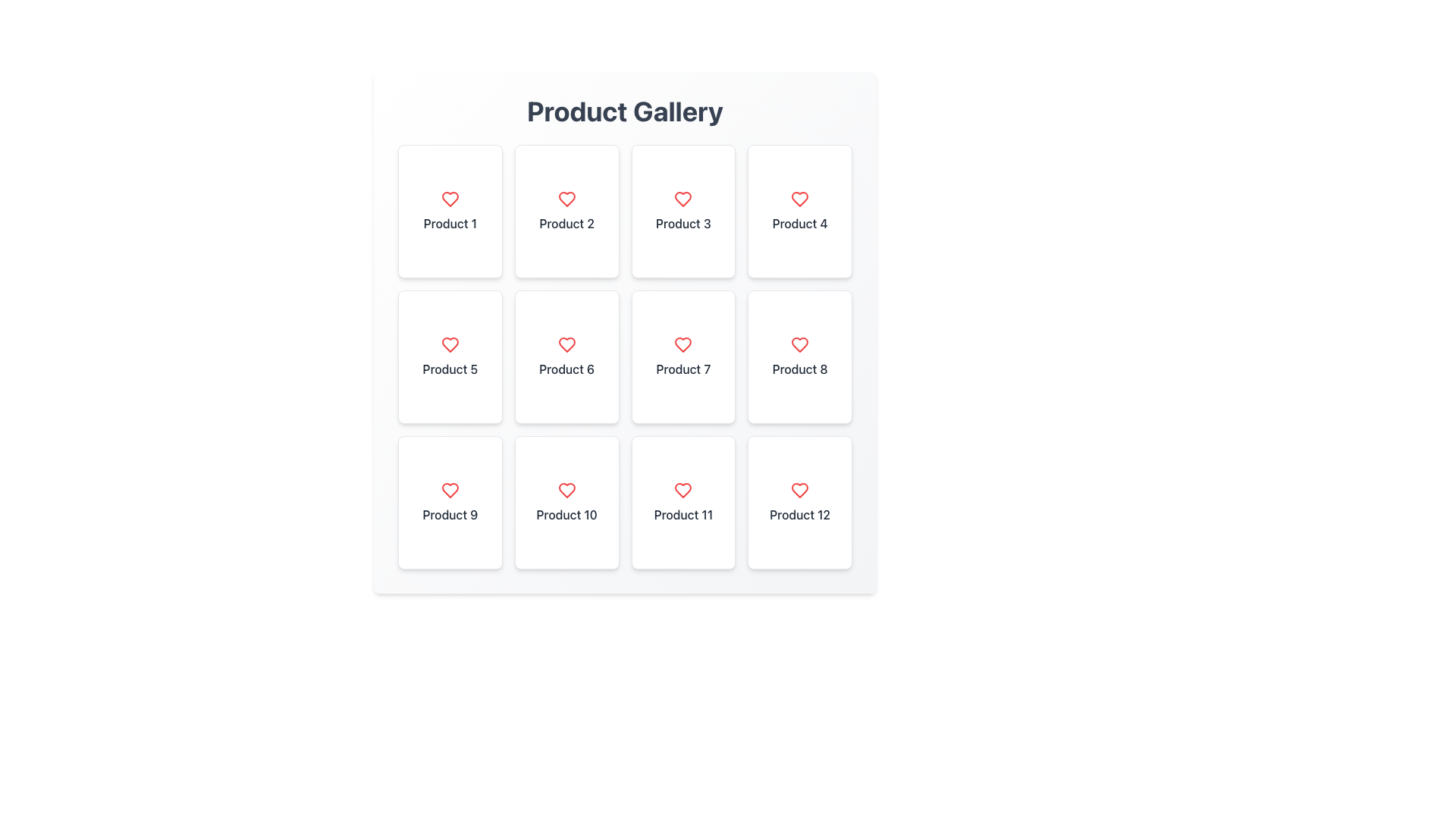  Describe the element at coordinates (682, 345) in the screenshot. I see `the favorite icon located in the center of the third row and second column of the grid, which is positioned above the text 'Product 7'` at that location.